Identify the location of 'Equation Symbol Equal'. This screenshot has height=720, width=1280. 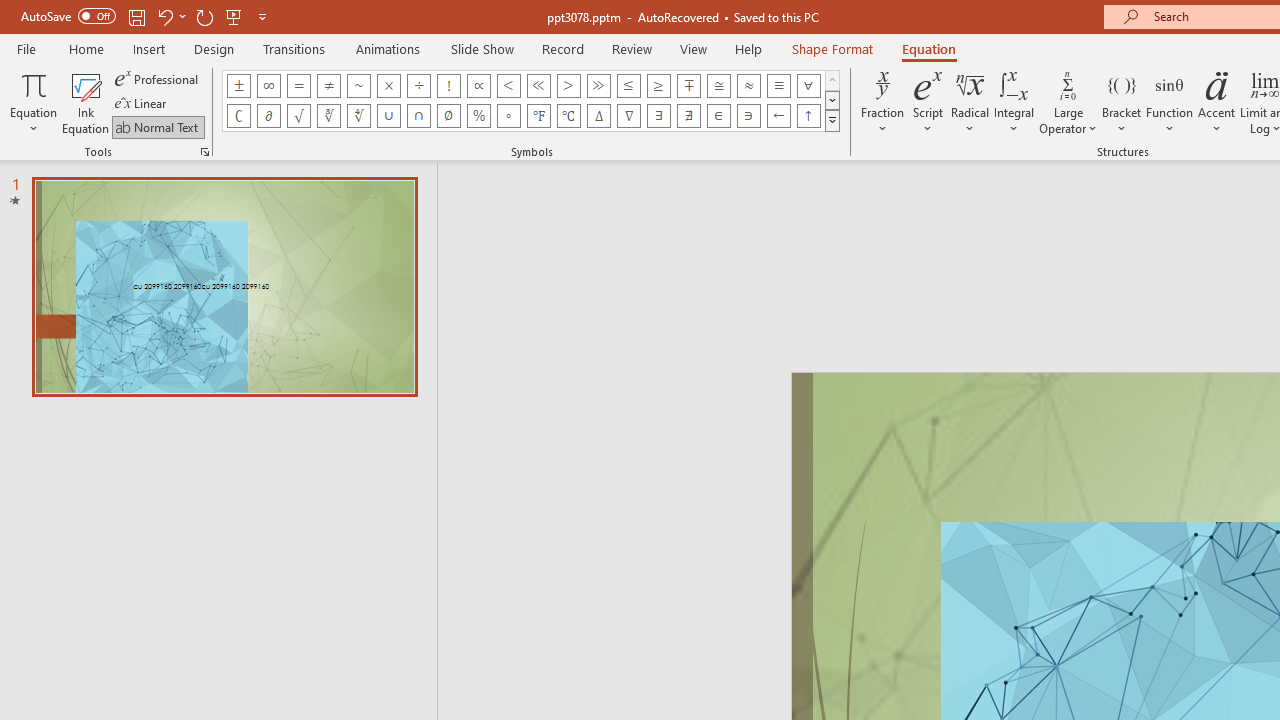
(297, 85).